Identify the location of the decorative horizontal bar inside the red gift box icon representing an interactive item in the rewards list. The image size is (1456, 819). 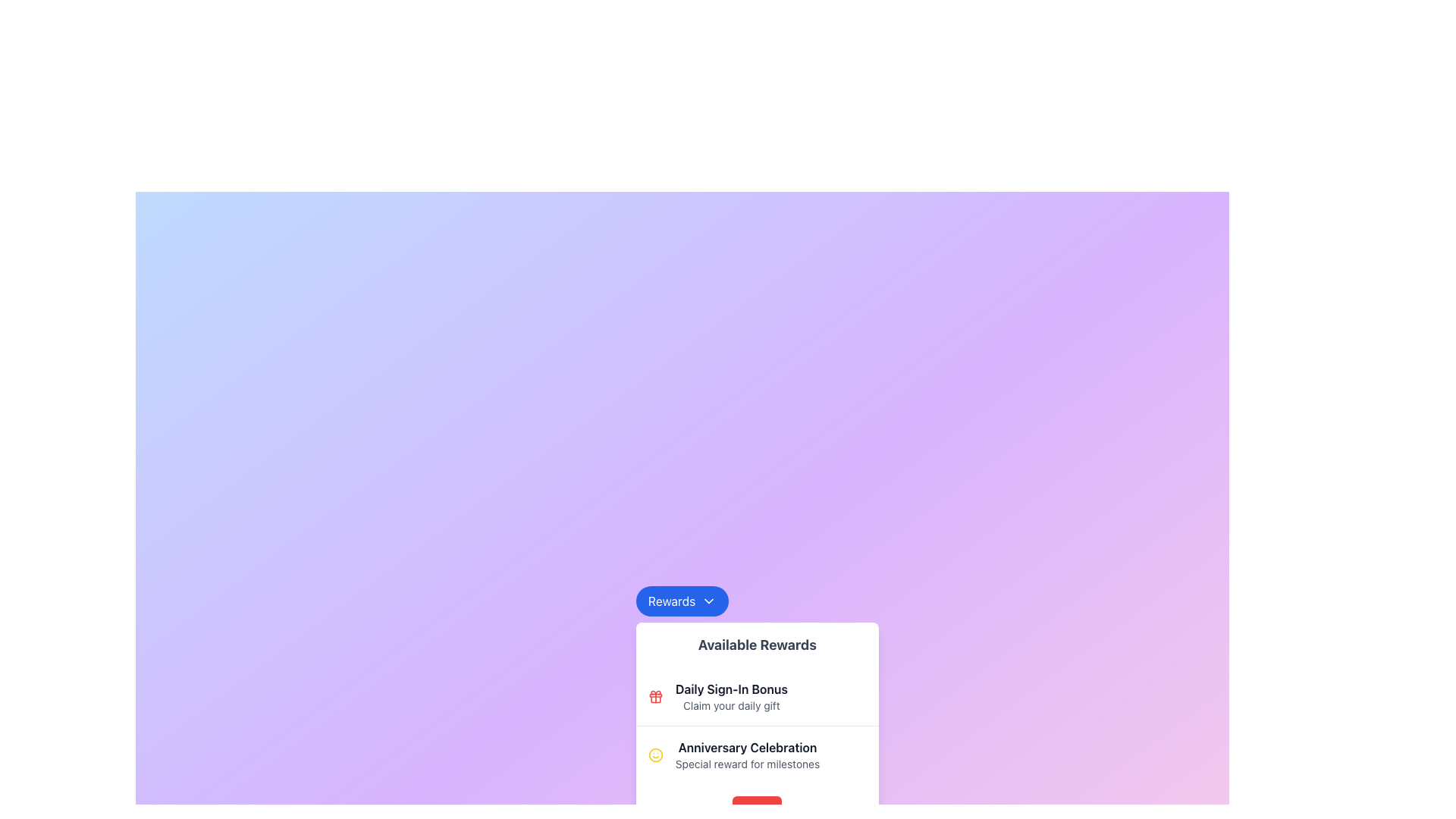
(655, 695).